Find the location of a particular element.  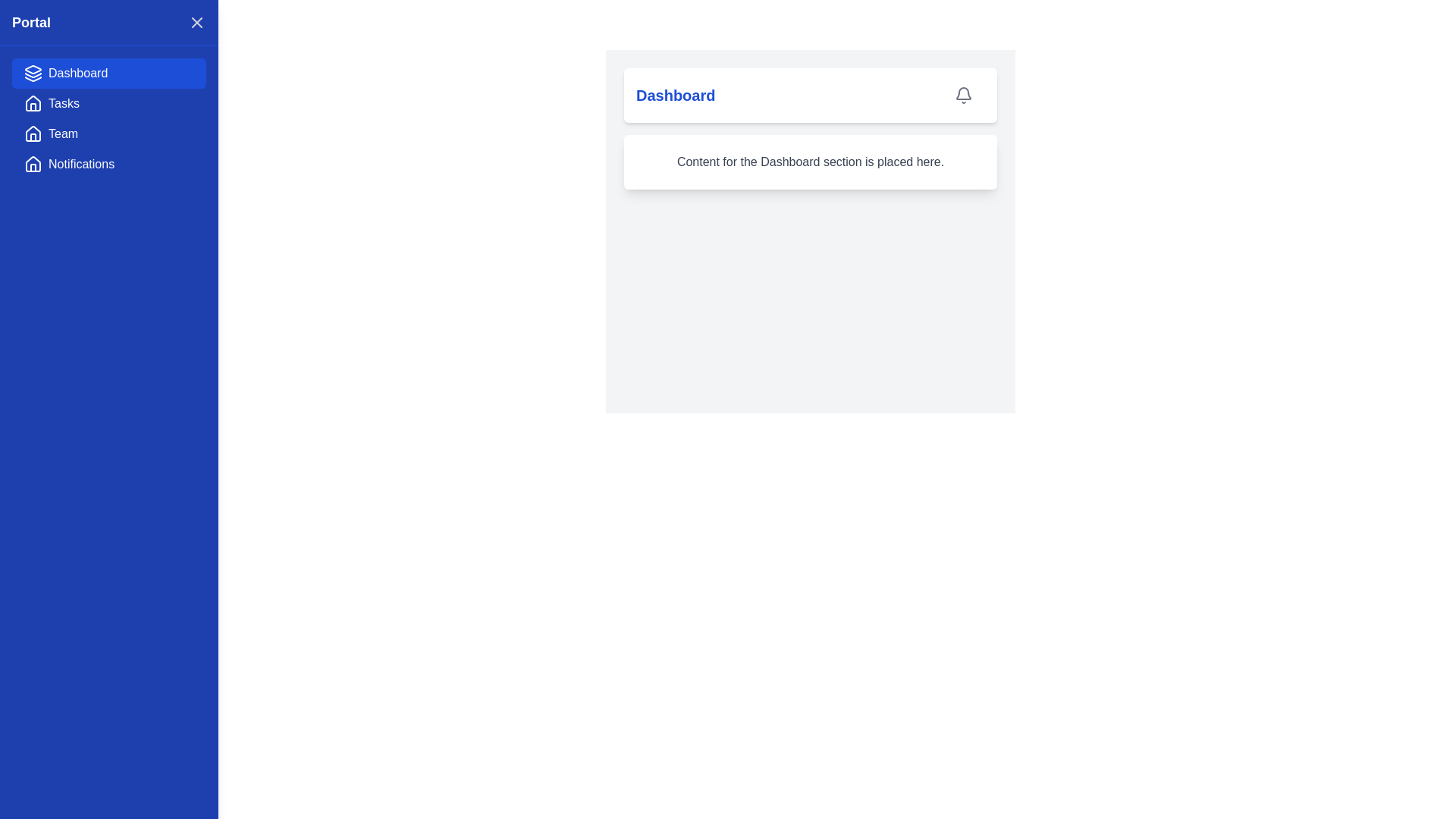

the triangular SVG graphic icon located in the left navigation bar next to the 'Dashboard' text is located at coordinates (33, 70).